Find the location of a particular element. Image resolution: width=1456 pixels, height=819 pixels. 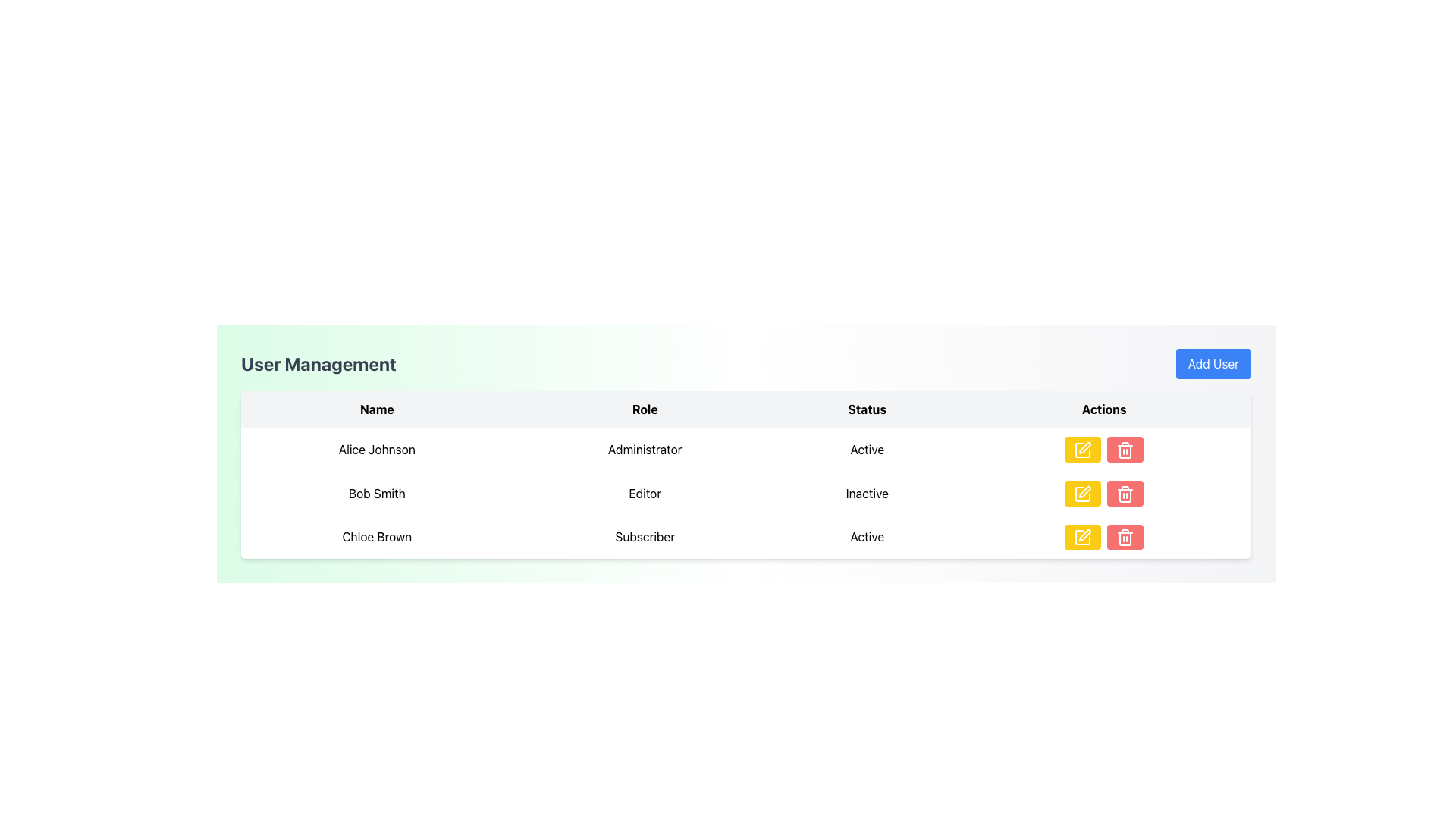

the action button group for user 'Alice Johnson' is located at coordinates (1104, 448).